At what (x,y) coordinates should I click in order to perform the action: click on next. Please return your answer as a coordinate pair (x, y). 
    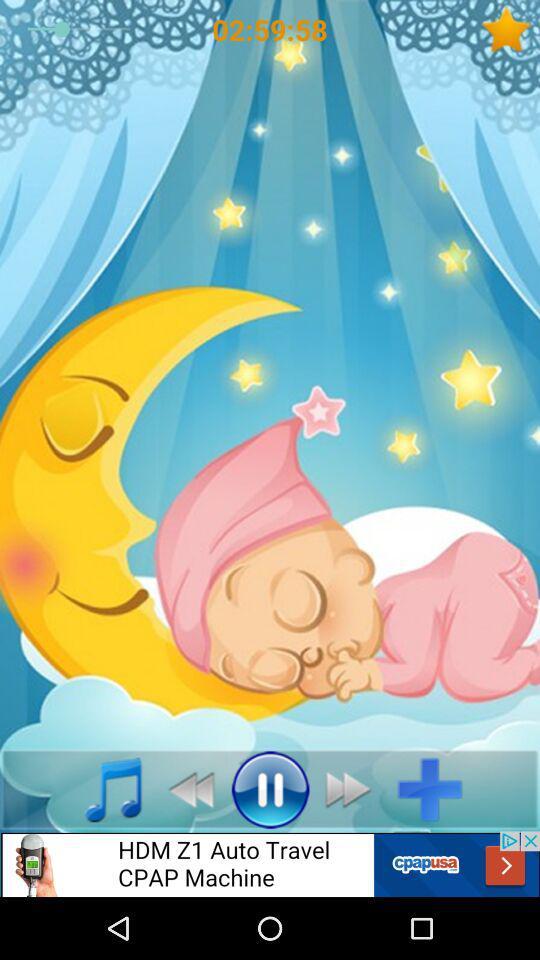
    Looking at the image, I should click on (353, 789).